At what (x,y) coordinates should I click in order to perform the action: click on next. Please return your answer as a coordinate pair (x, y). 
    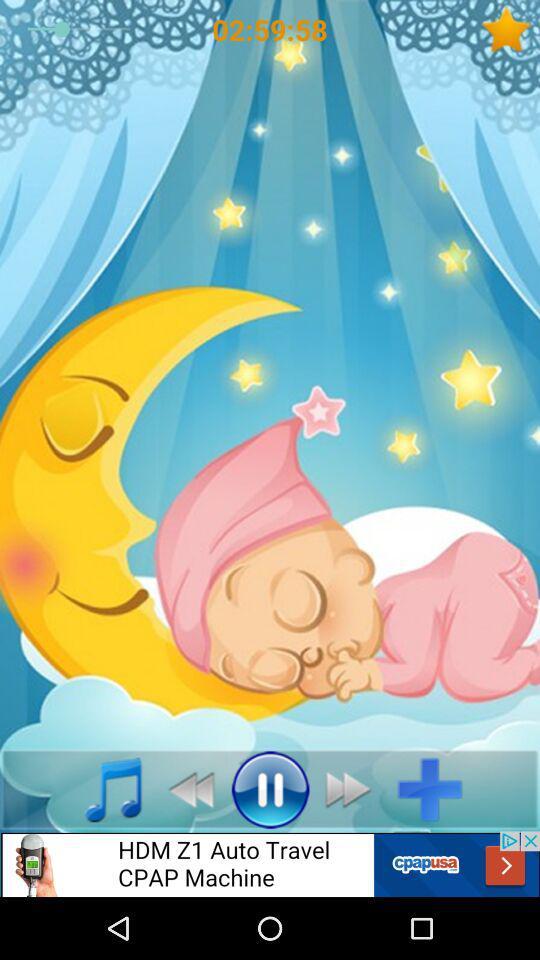
    Looking at the image, I should click on (353, 789).